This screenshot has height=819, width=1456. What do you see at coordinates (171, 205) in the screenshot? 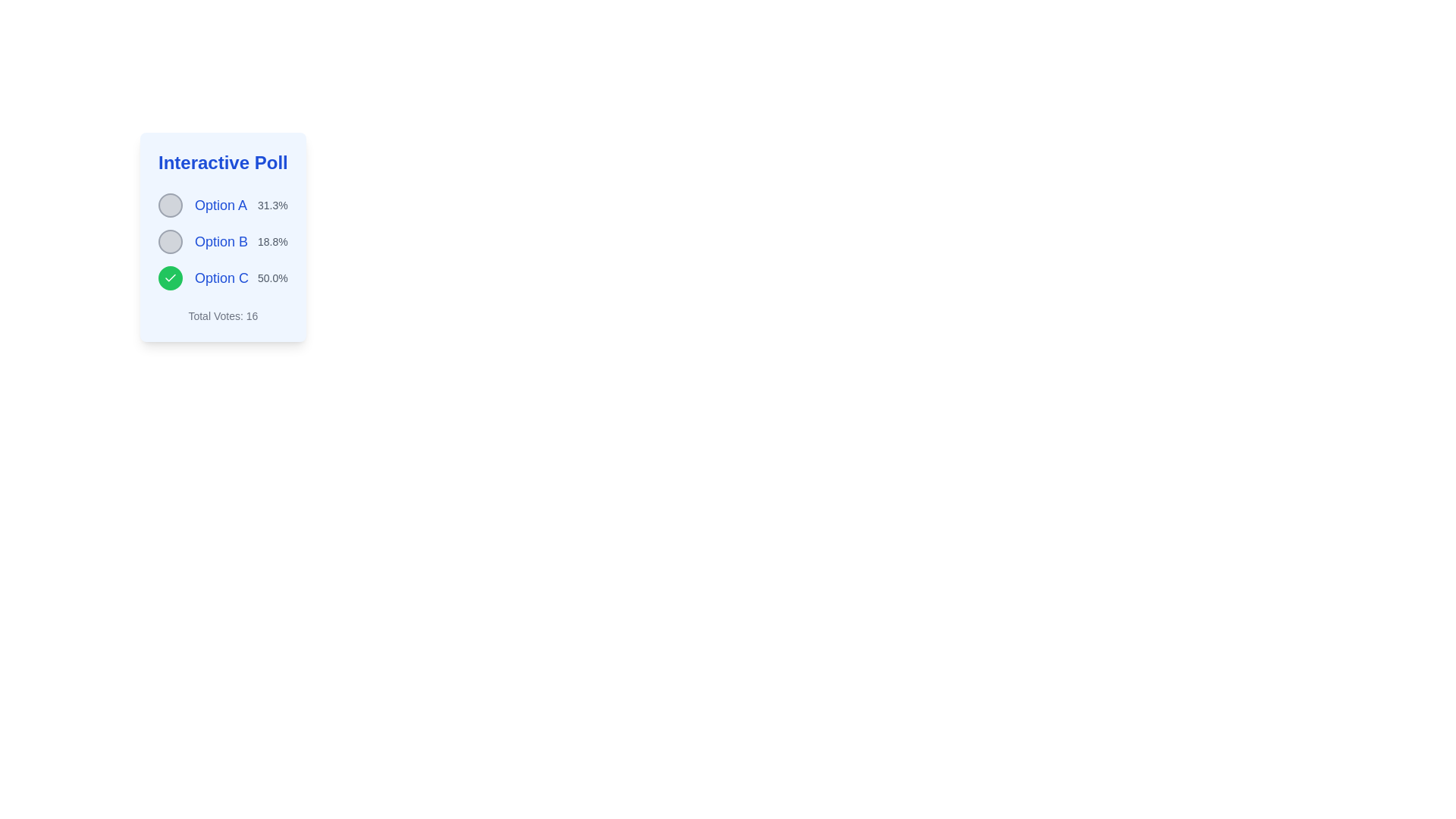
I see `the circular button with a gray background located to the left of the text 'Option A'` at bounding box center [171, 205].